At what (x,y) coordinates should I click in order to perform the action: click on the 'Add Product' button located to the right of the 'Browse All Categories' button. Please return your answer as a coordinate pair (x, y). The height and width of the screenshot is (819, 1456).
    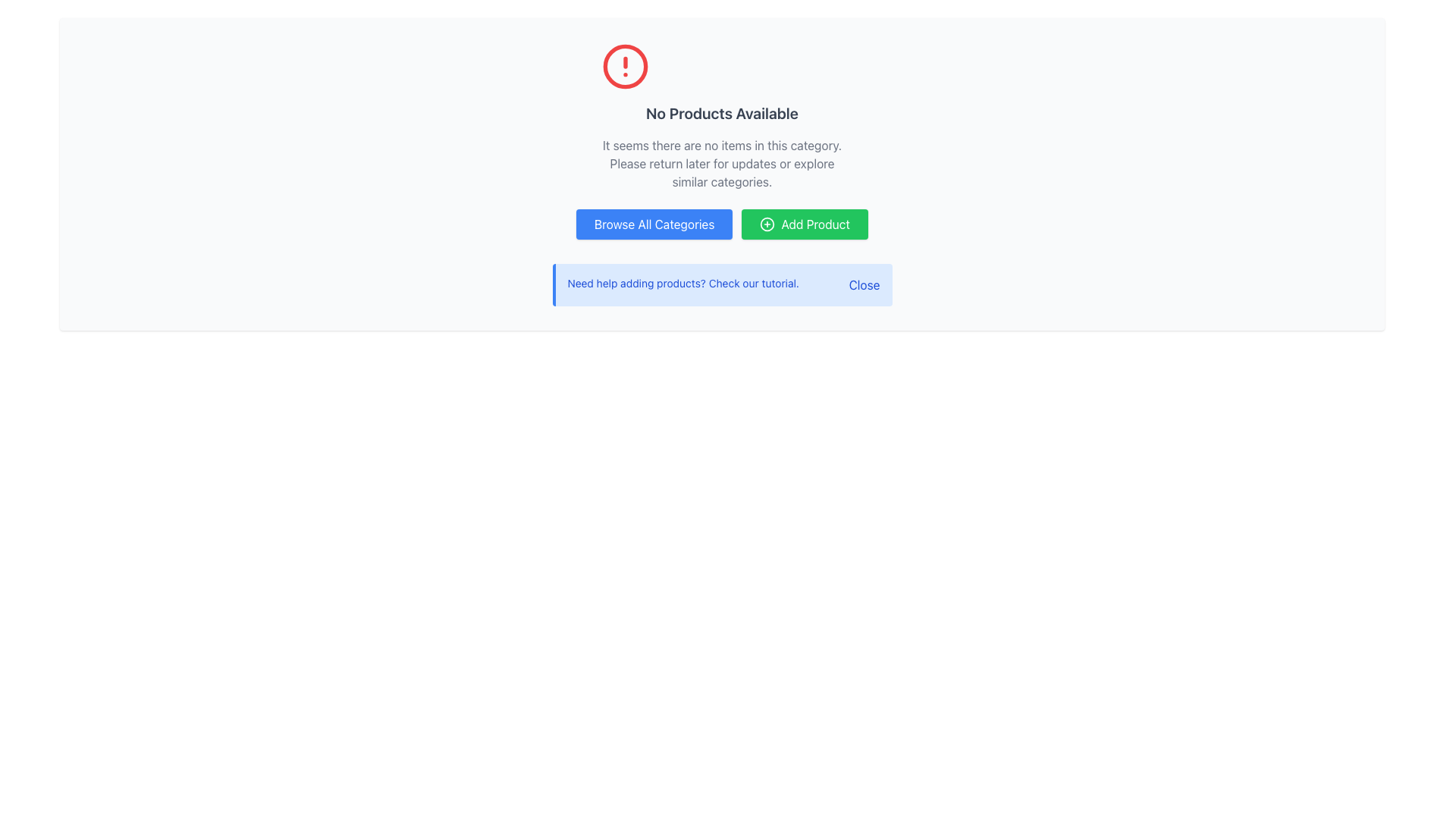
    Looking at the image, I should click on (804, 224).